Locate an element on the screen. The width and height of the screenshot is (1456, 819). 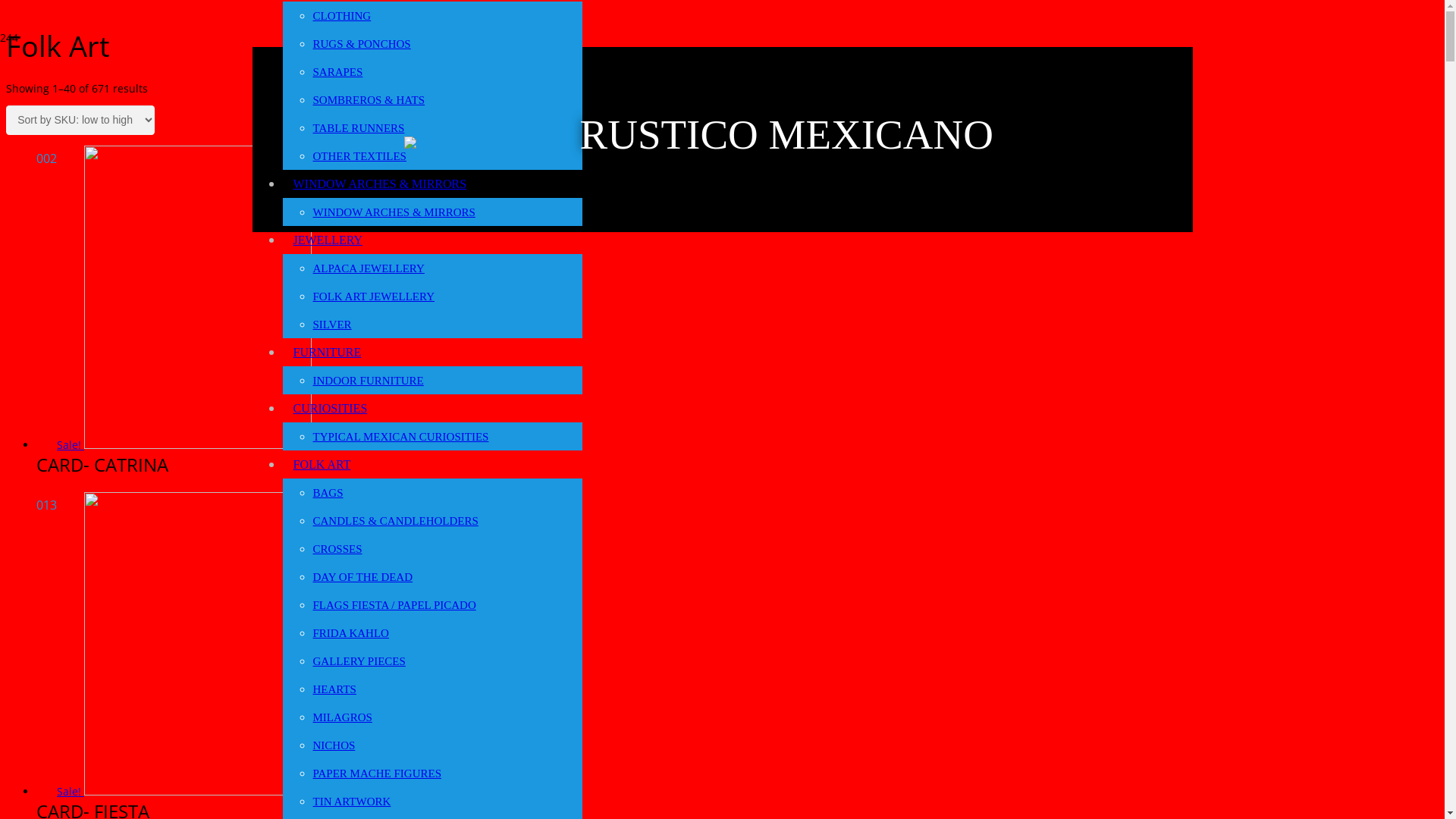
'CURIOSITIES' is located at coordinates (329, 407).